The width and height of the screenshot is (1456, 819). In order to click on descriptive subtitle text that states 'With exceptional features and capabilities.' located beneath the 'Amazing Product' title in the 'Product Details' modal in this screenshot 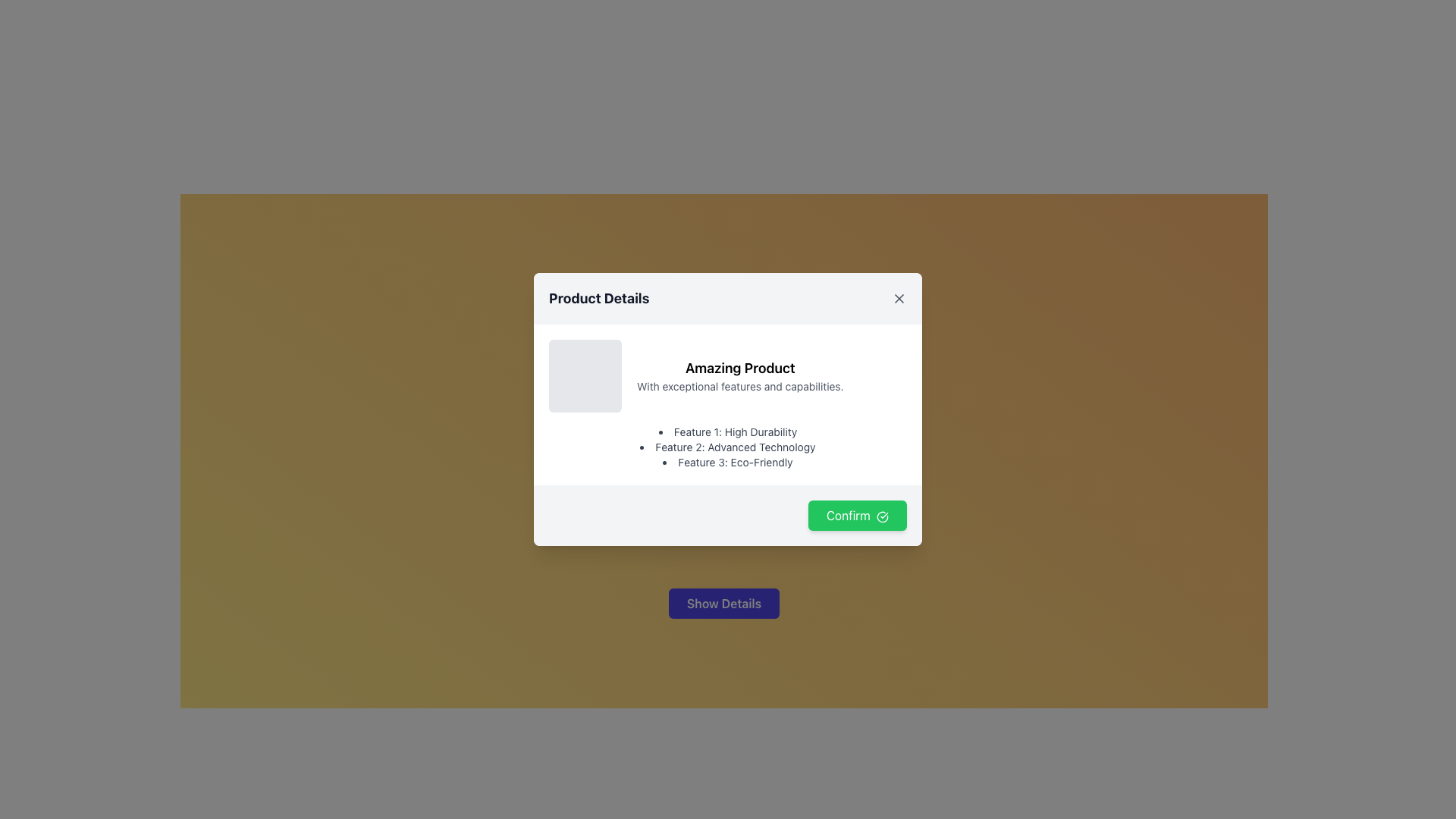, I will do `click(740, 385)`.